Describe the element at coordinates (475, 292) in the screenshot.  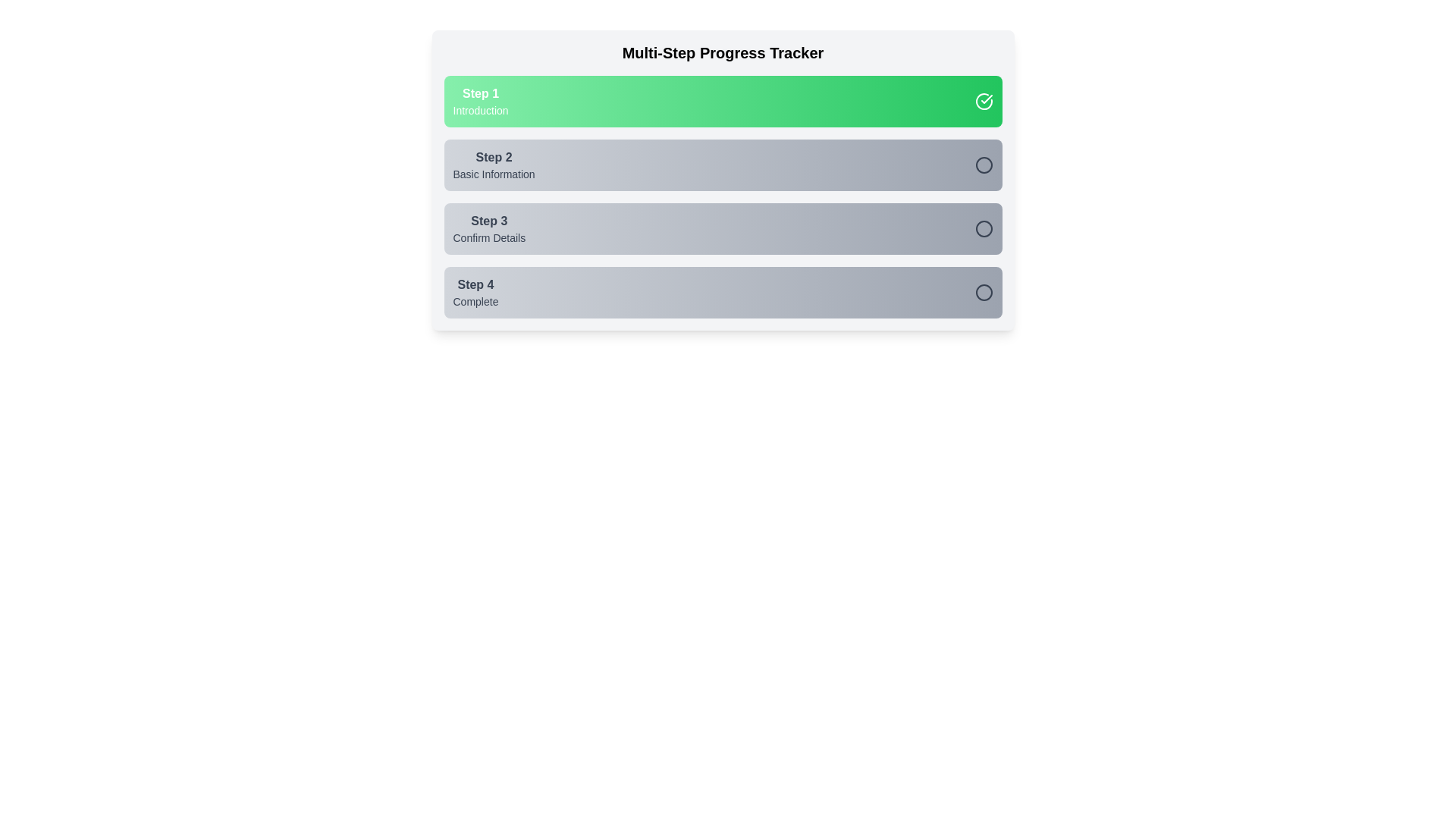
I see `the 'Step 4 Complete' label, which displays 'Step 4' in bold and 'Complete' in a smaller font on a gray gradient background` at that location.